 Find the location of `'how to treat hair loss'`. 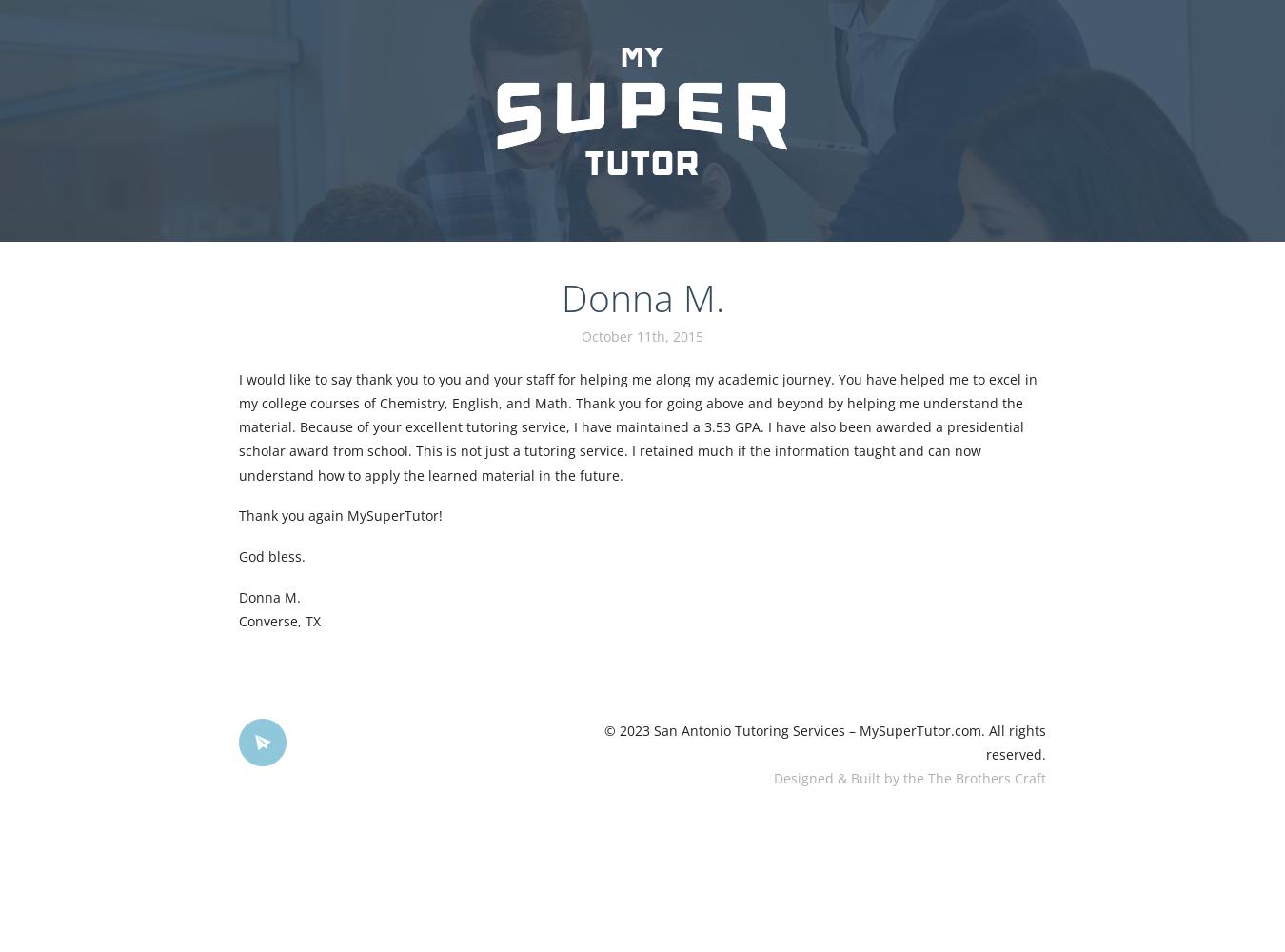

'how to treat hair loss' is located at coordinates (67, 11).